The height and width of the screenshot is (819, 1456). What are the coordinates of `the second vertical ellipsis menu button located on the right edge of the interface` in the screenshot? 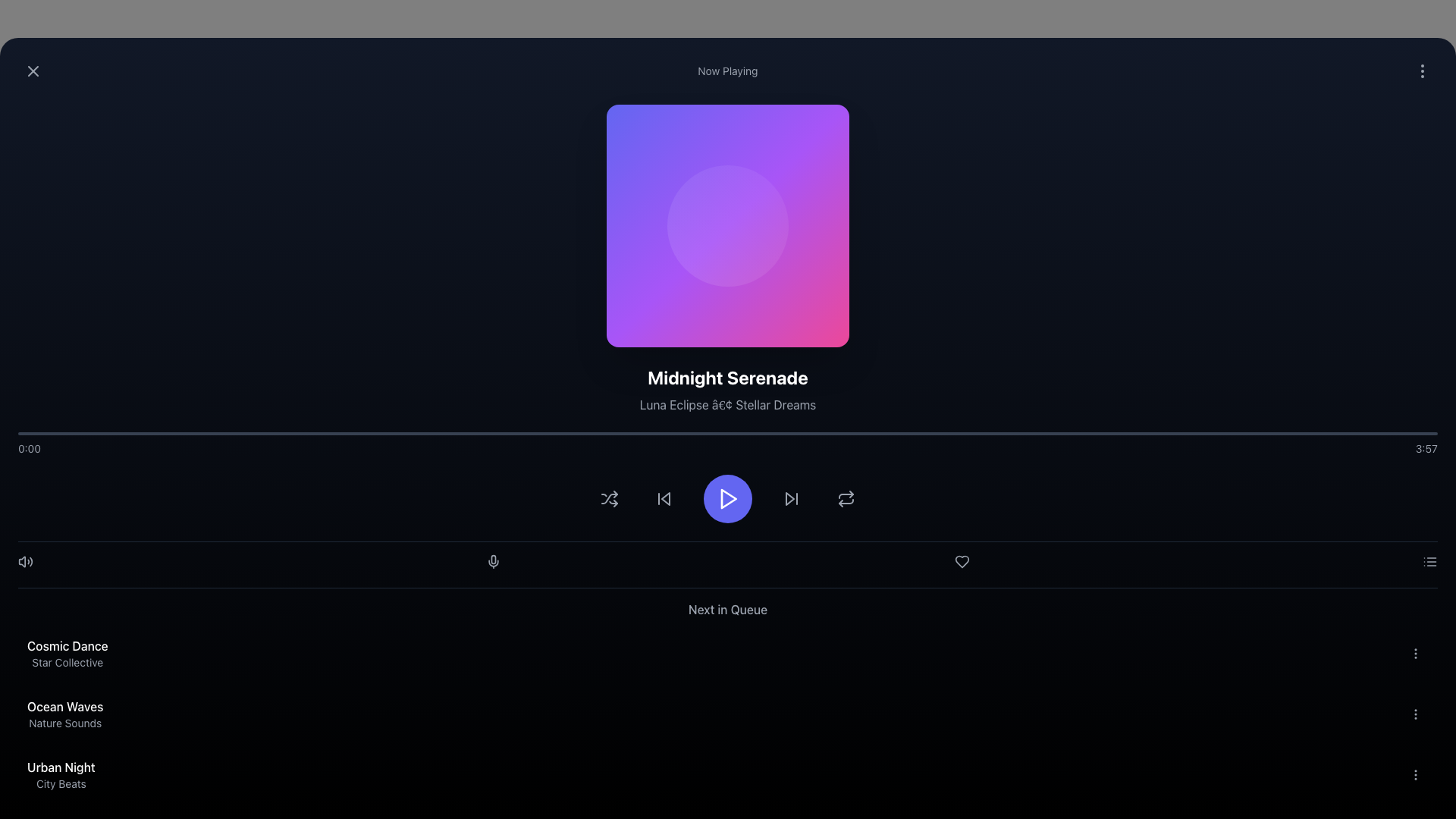 It's located at (1415, 652).